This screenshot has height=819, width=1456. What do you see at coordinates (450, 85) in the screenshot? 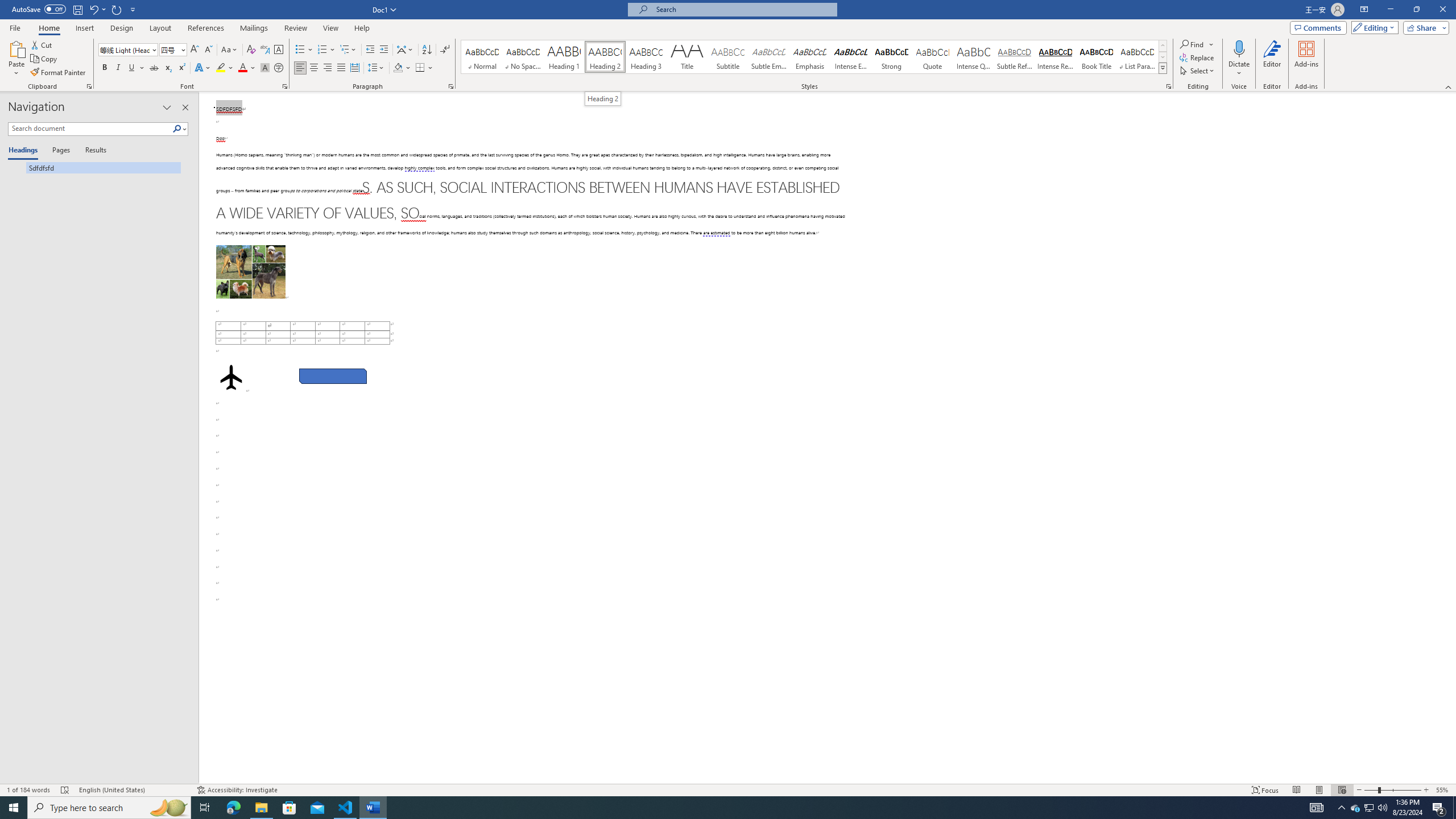
I see `'Paragraph...'` at bounding box center [450, 85].